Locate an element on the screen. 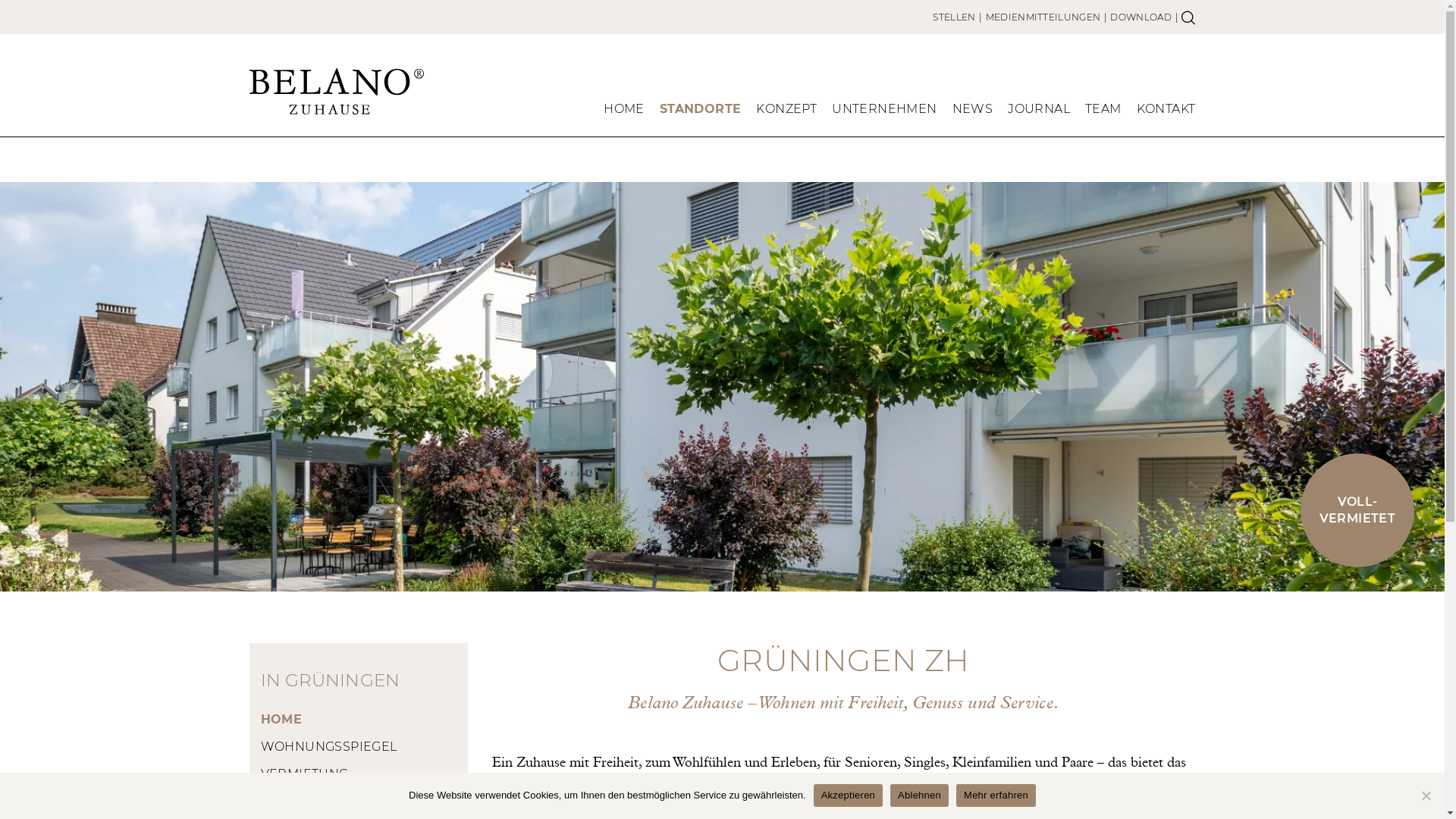 The image size is (1456, 819). 'UNTERNEHMEN' is located at coordinates (831, 111).